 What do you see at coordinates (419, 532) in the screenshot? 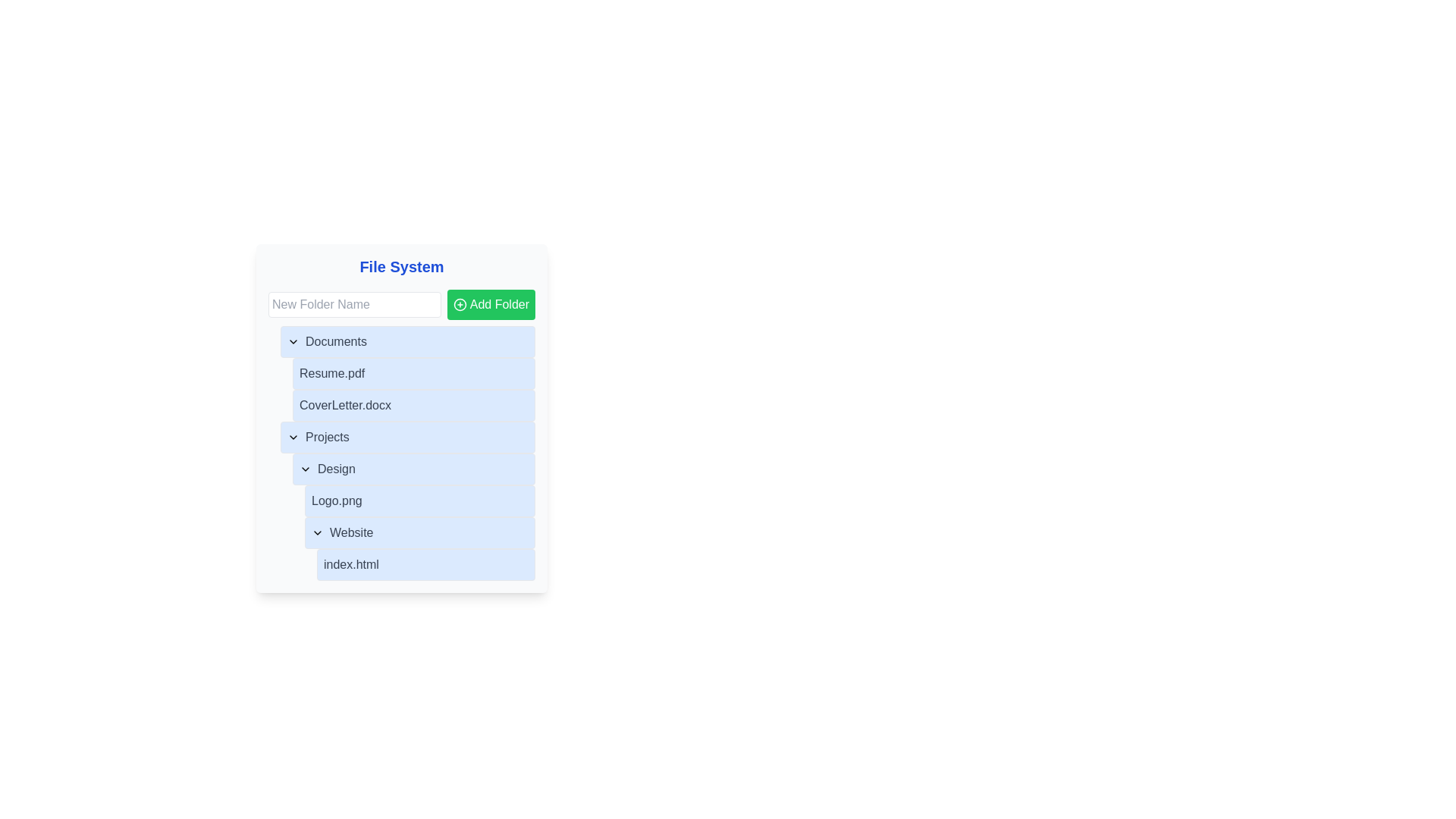
I see `the Collapsible Menu Trigger located in the Projects section` at bounding box center [419, 532].